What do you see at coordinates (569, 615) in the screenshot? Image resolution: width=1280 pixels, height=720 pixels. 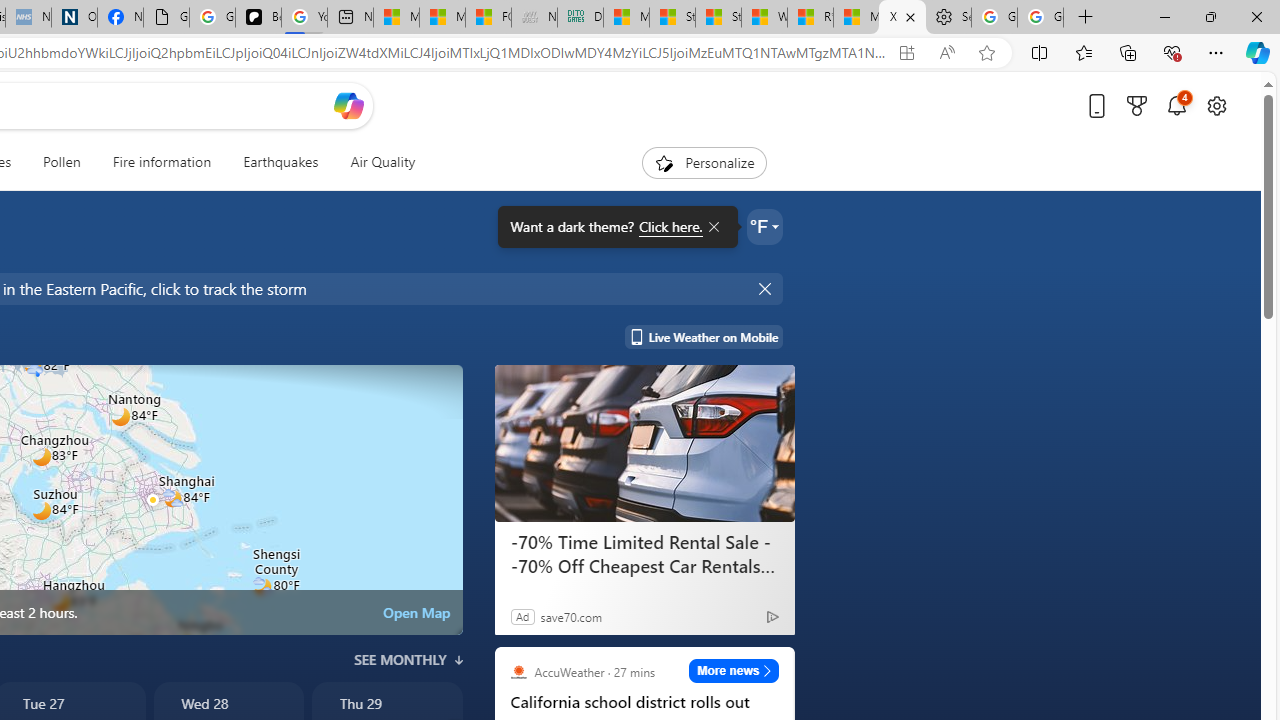 I see `'save70.com'` at bounding box center [569, 615].